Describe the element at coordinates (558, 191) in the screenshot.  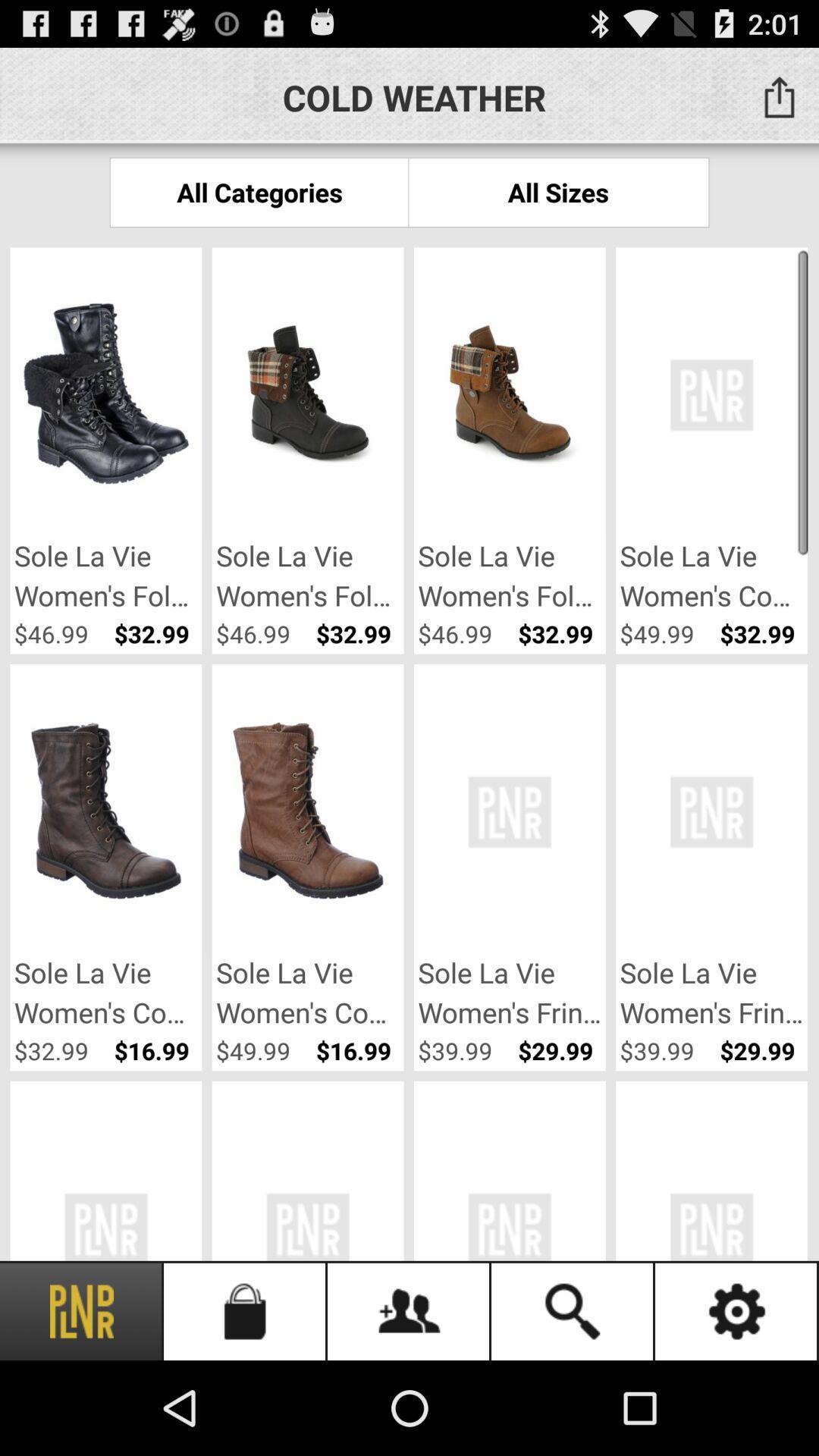
I see `the all sizes icon` at that location.